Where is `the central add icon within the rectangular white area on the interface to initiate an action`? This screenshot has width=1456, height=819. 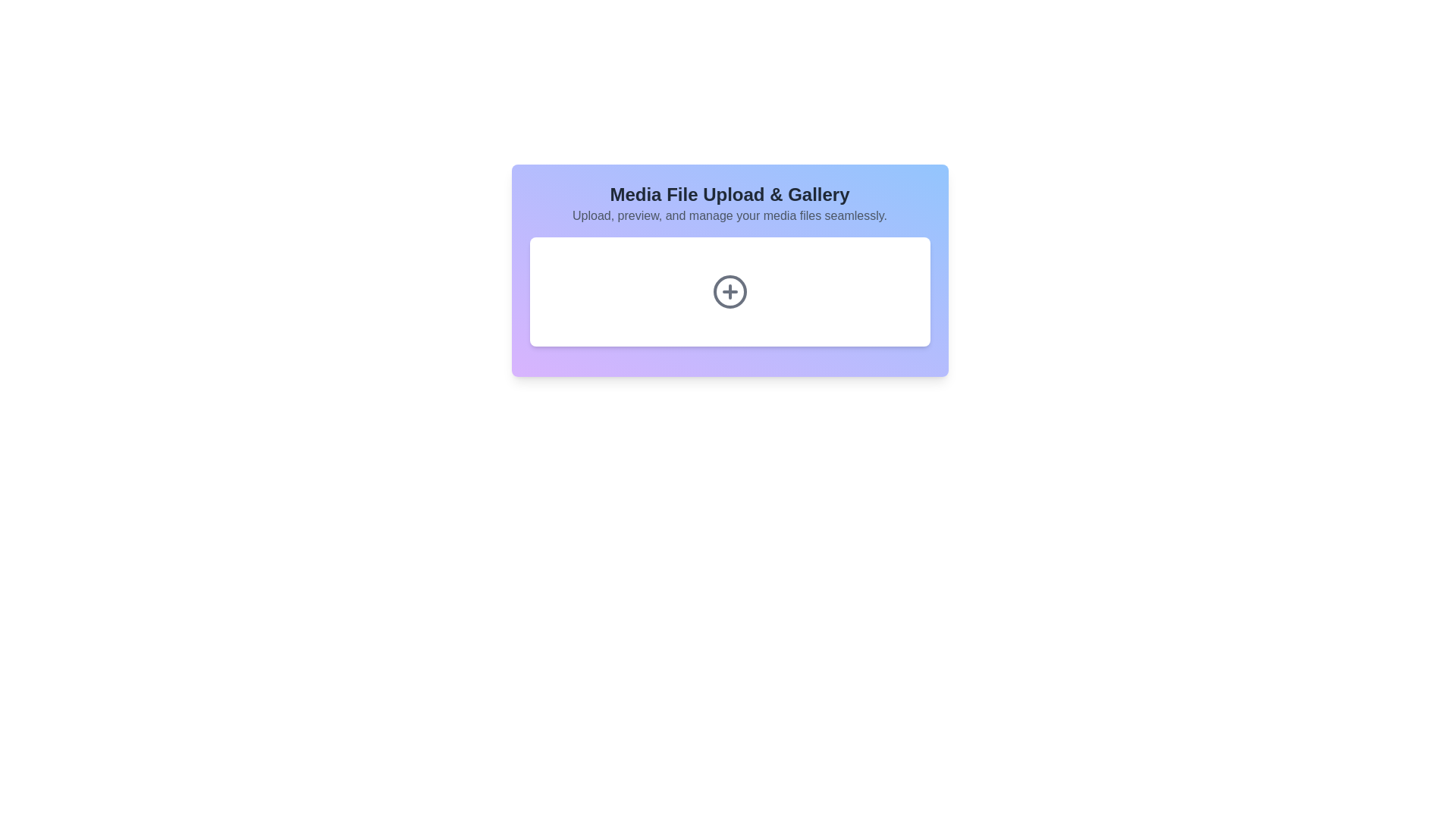
the central add icon within the rectangular white area on the interface to initiate an action is located at coordinates (730, 292).